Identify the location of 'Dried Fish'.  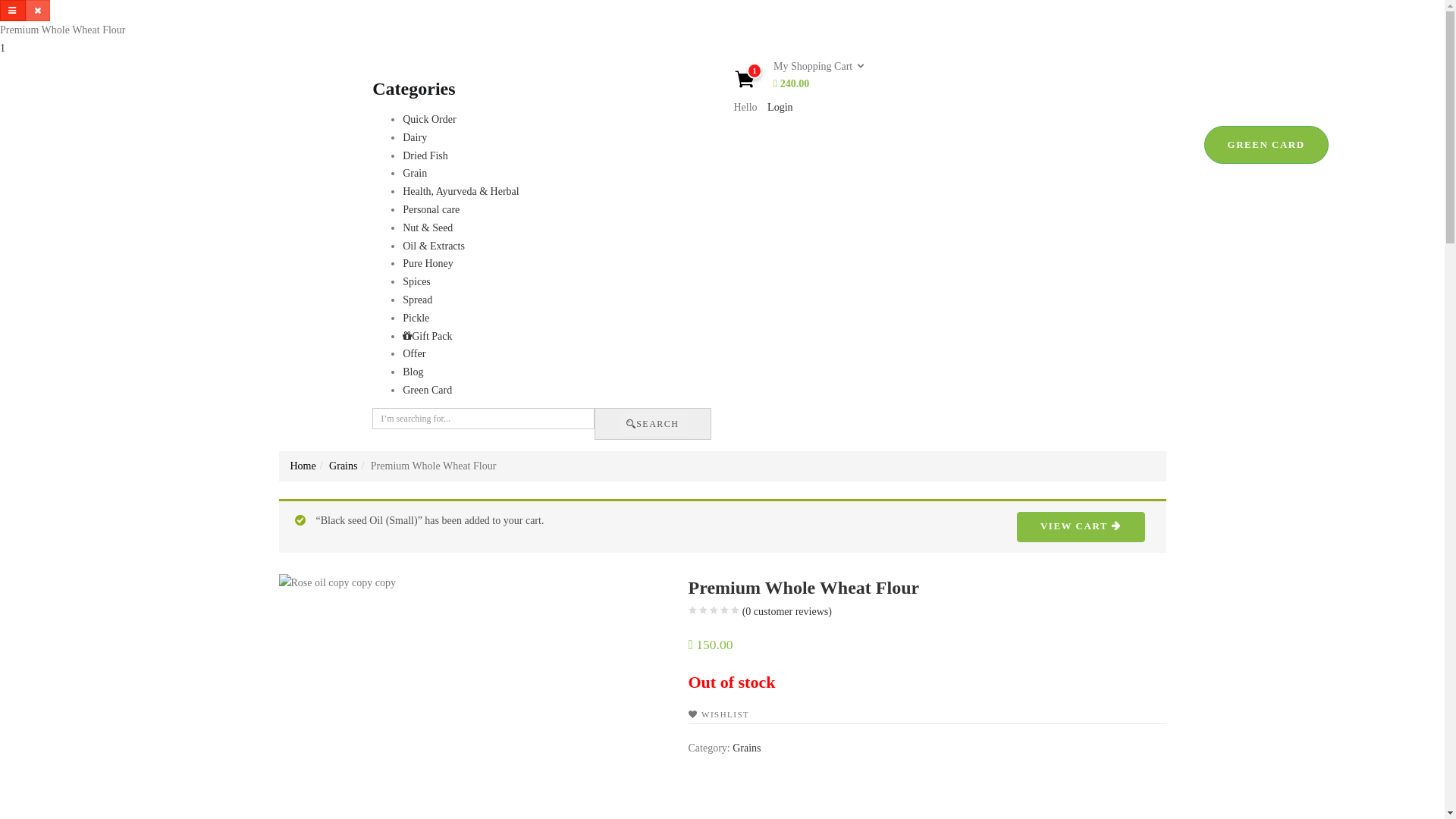
(425, 155).